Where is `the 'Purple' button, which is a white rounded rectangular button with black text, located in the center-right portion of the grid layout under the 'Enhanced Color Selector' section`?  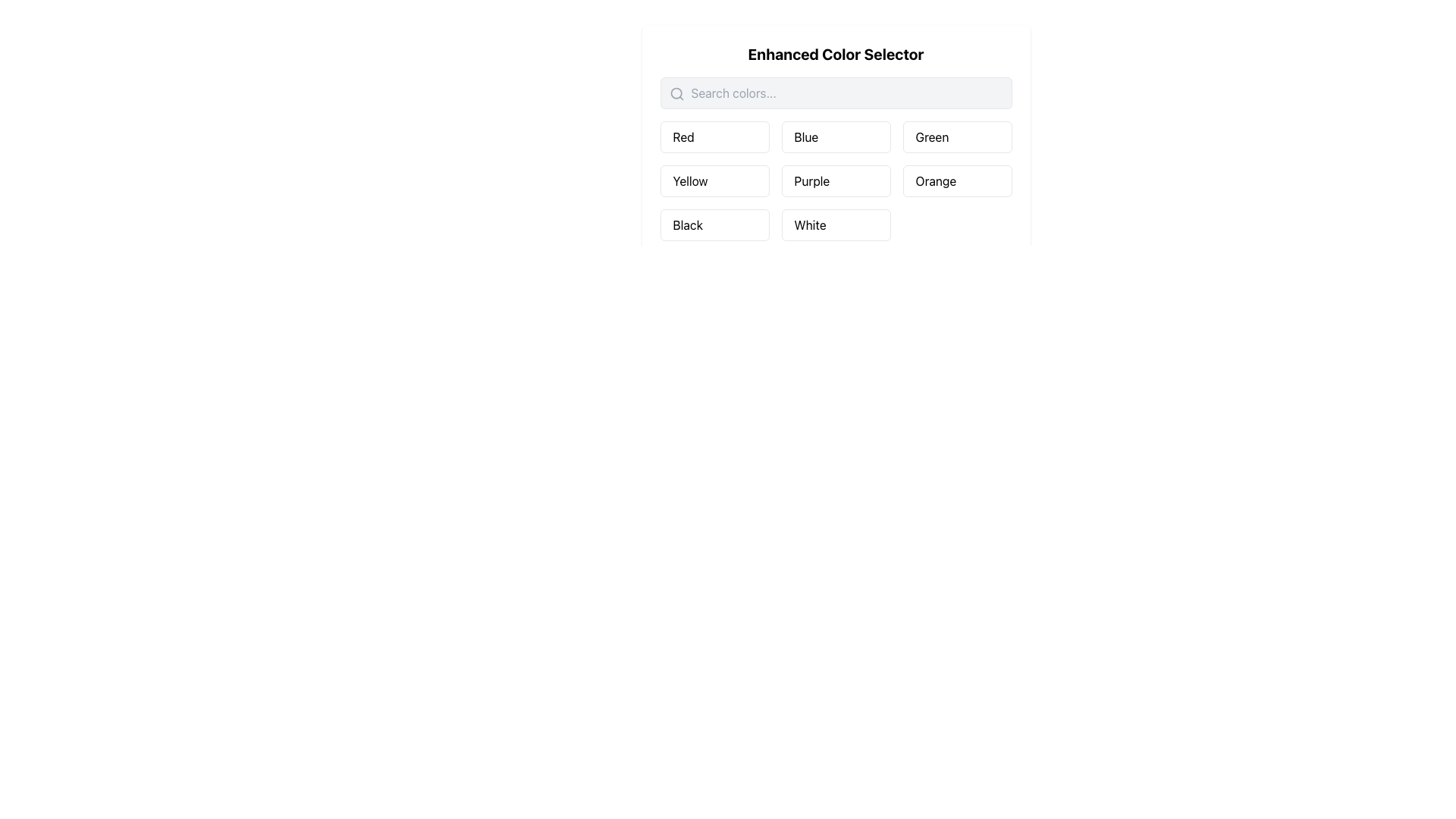 the 'Purple' button, which is a white rounded rectangular button with black text, located in the center-right portion of the grid layout under the 'Enhanced Color Selector' section is located at coordinates (811, 180).